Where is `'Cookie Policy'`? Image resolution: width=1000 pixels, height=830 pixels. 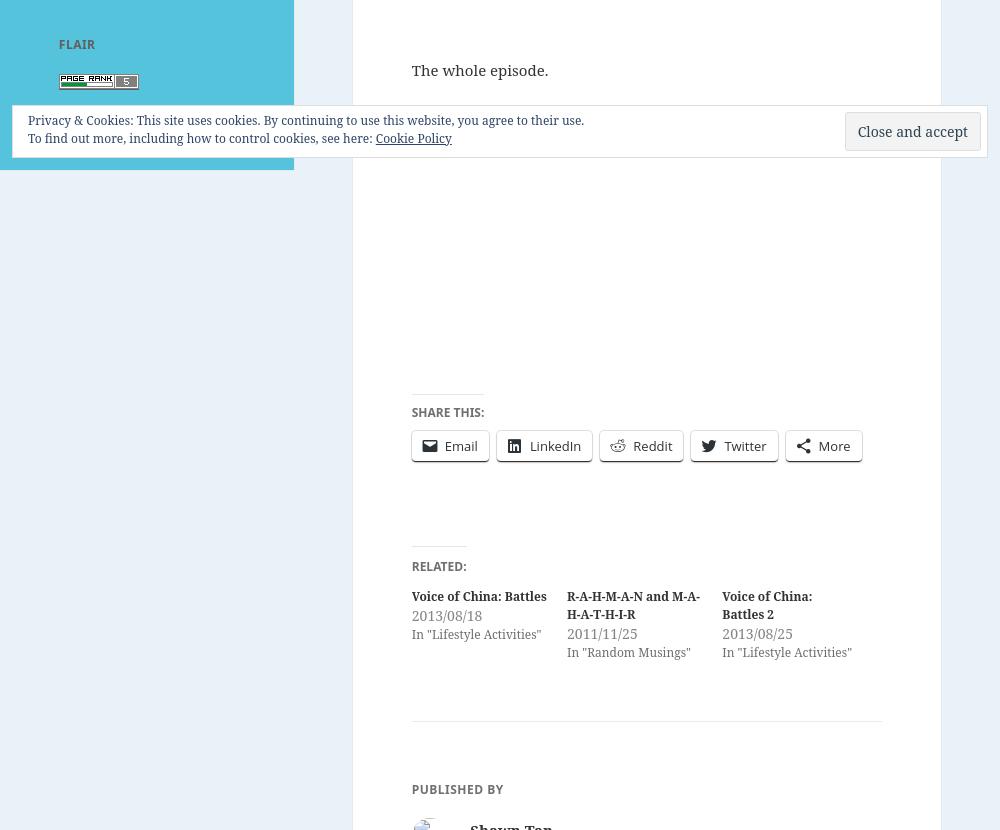
'Cookie Policy' is located at coordinates (413, 137).